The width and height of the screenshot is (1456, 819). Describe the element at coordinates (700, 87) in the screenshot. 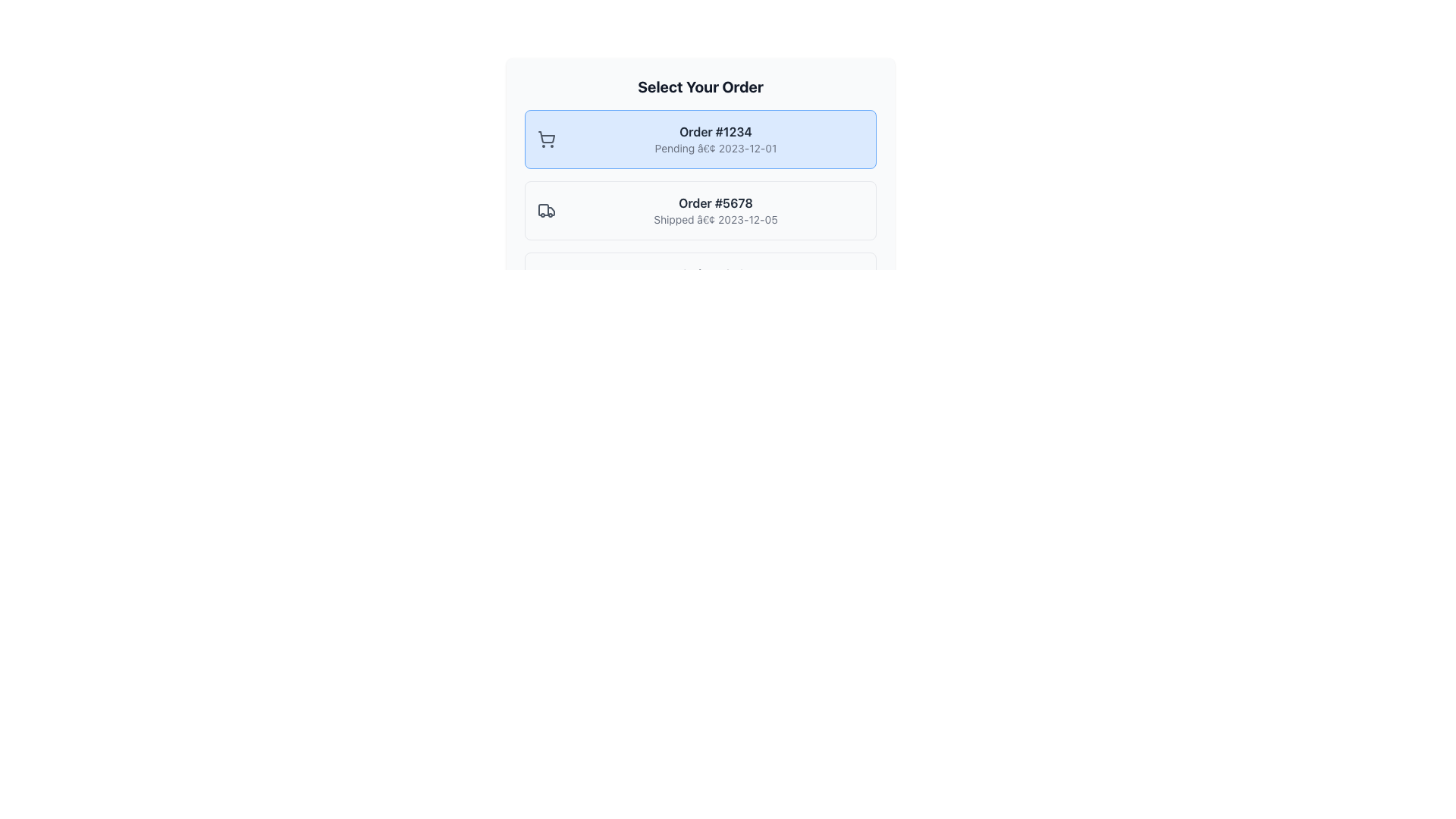

I see `the header text that serves as the title for the list of orders, positioned at the top inside a section with a rounded border` at that location.